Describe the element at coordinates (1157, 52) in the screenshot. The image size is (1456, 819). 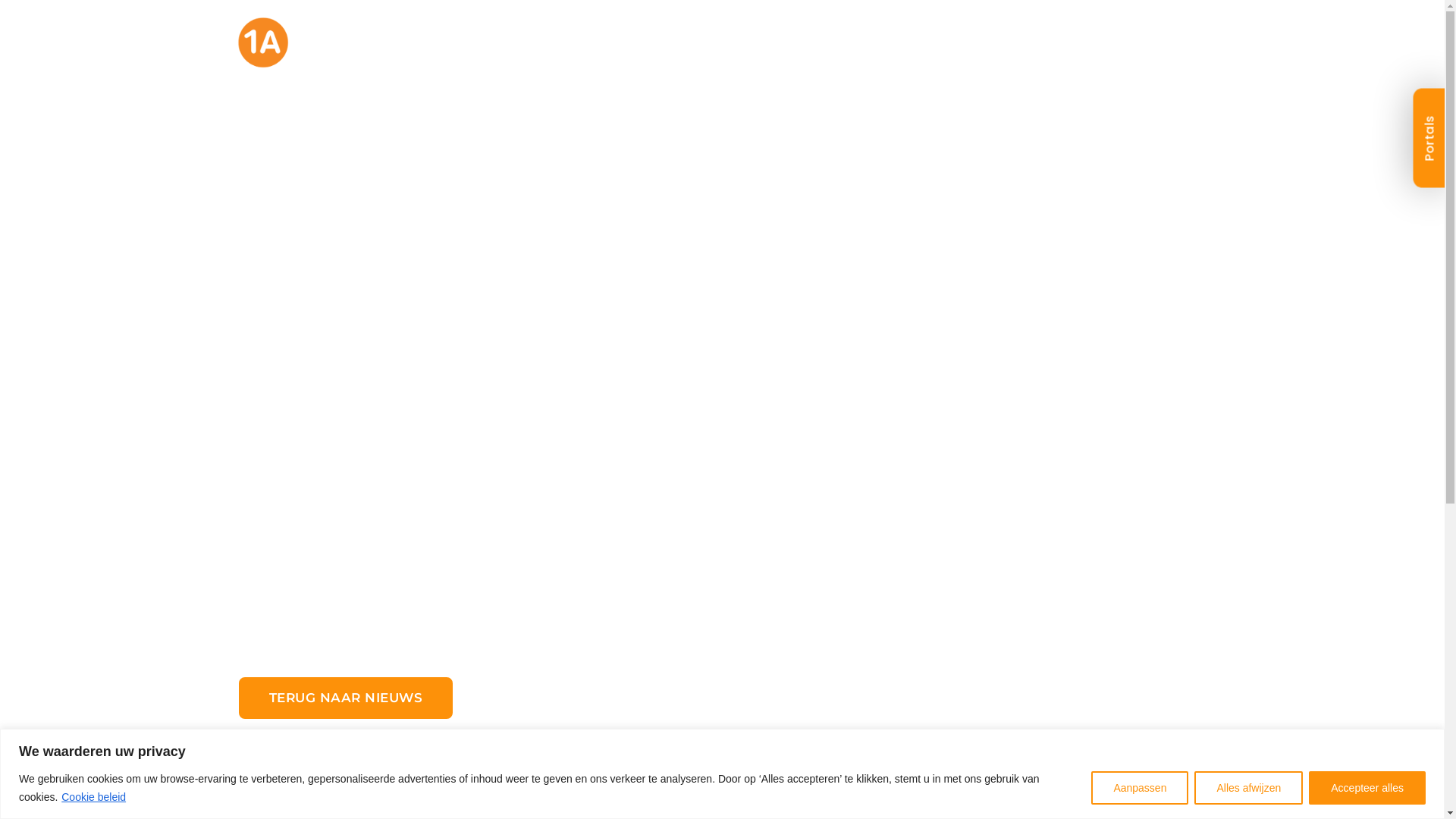
I see `'contact'` at that location.